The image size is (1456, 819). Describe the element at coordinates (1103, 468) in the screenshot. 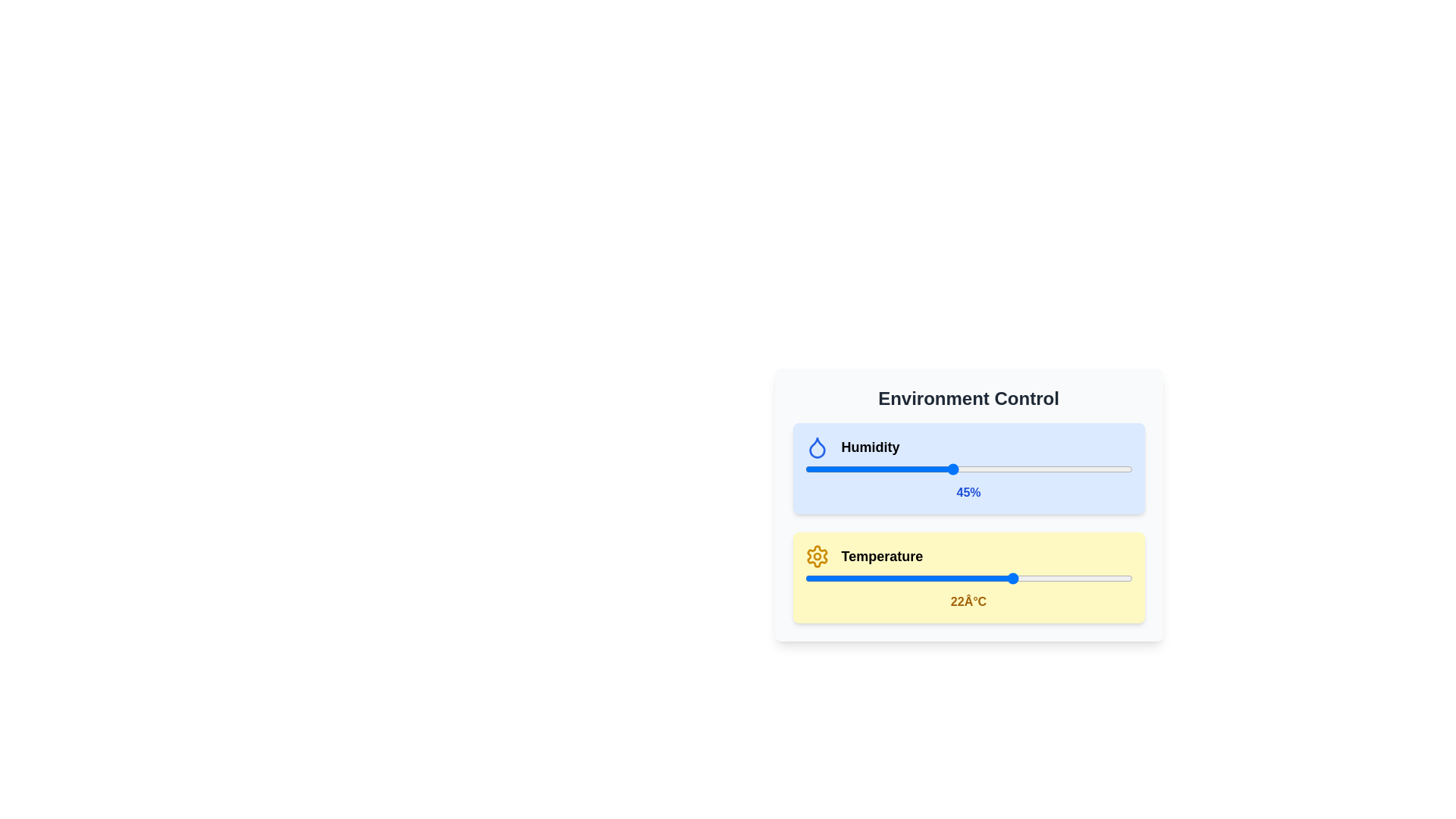

I see `the humidity slider to set the humidity level to 91%` at that location.